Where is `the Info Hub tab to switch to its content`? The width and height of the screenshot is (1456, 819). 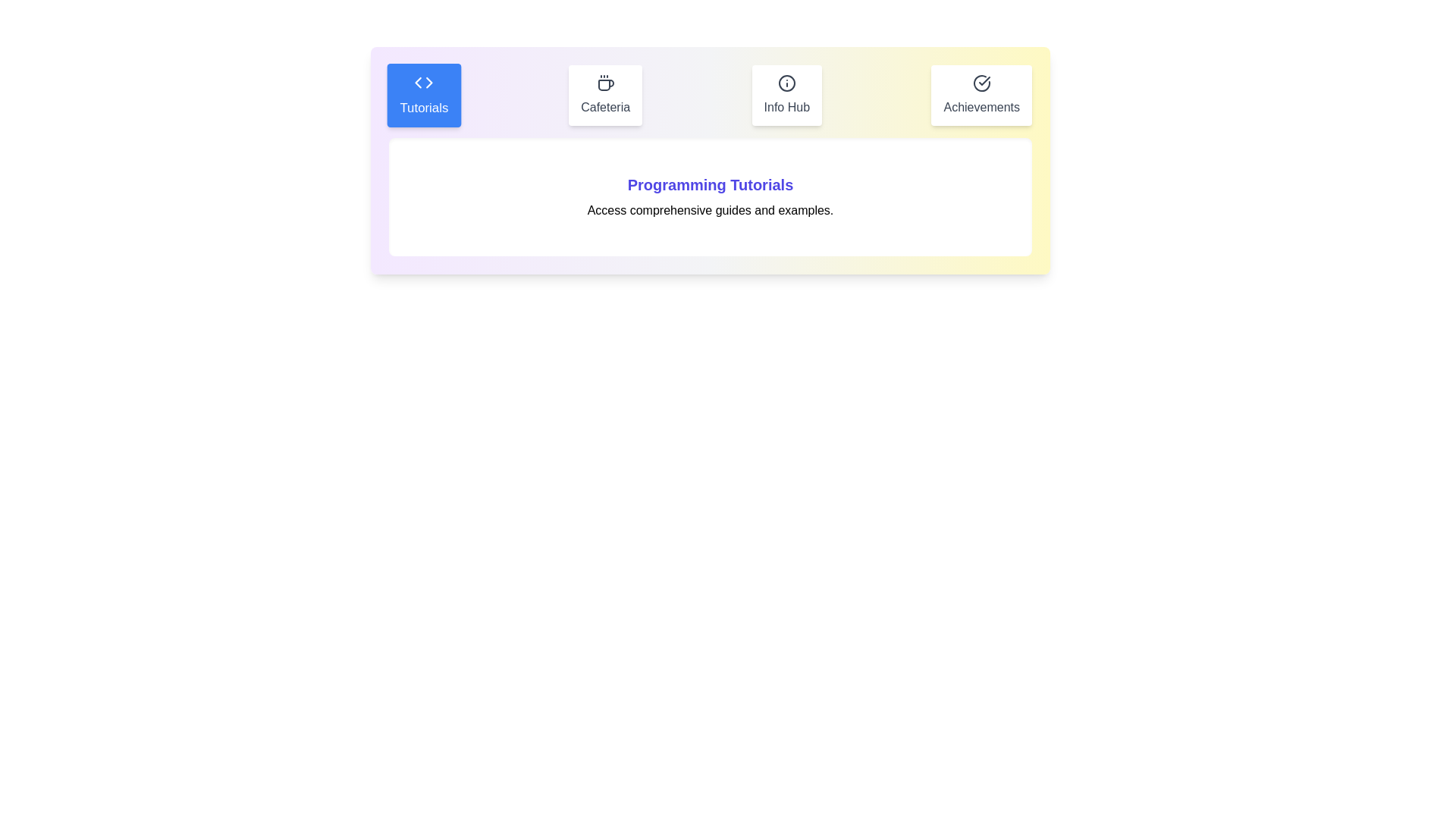 the Info Hub tab to switch to its content is located at coordinates (786, 96).